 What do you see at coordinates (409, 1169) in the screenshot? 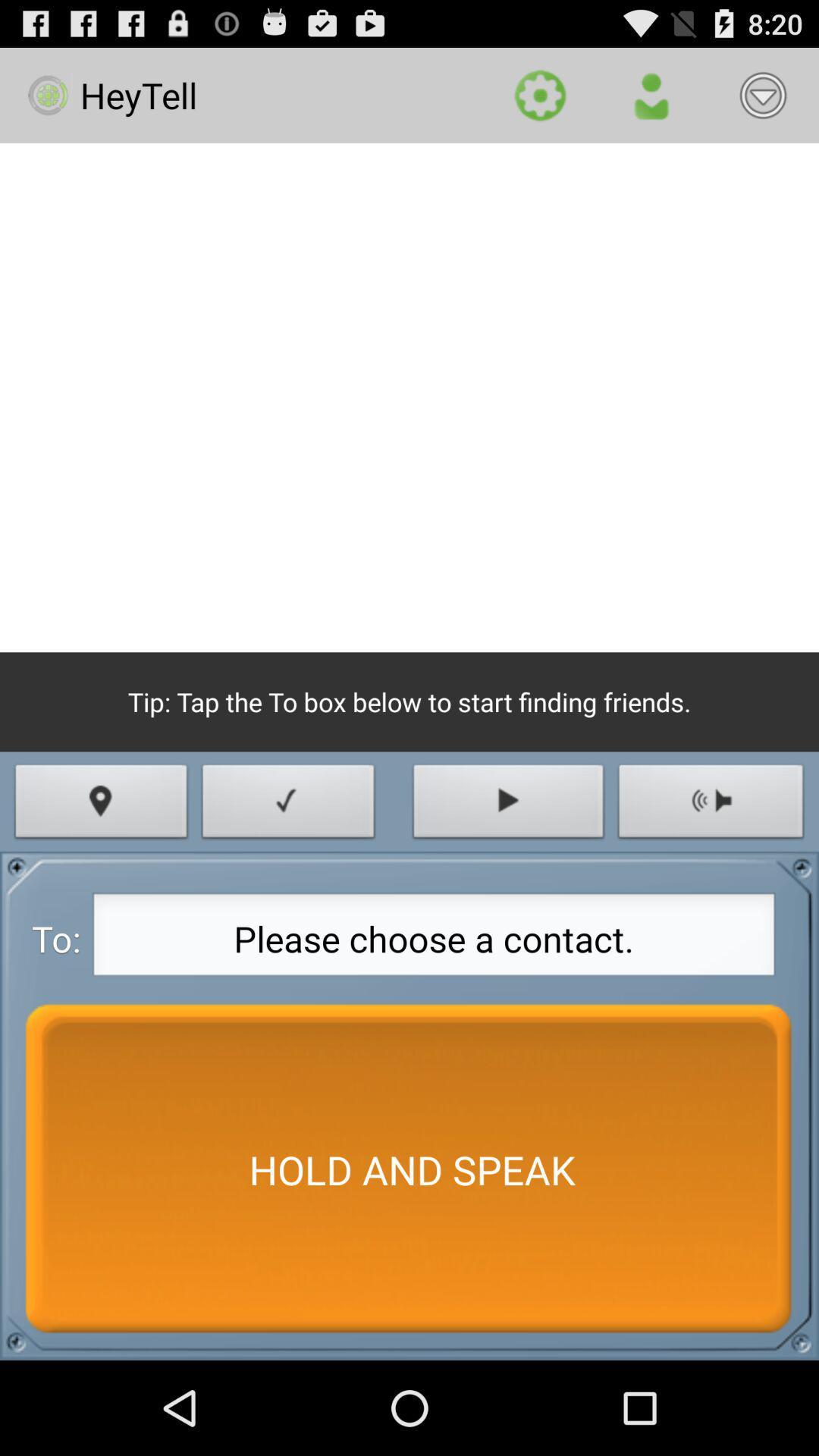
I see `the item at the bottom` at bounding box center [409, 1169].